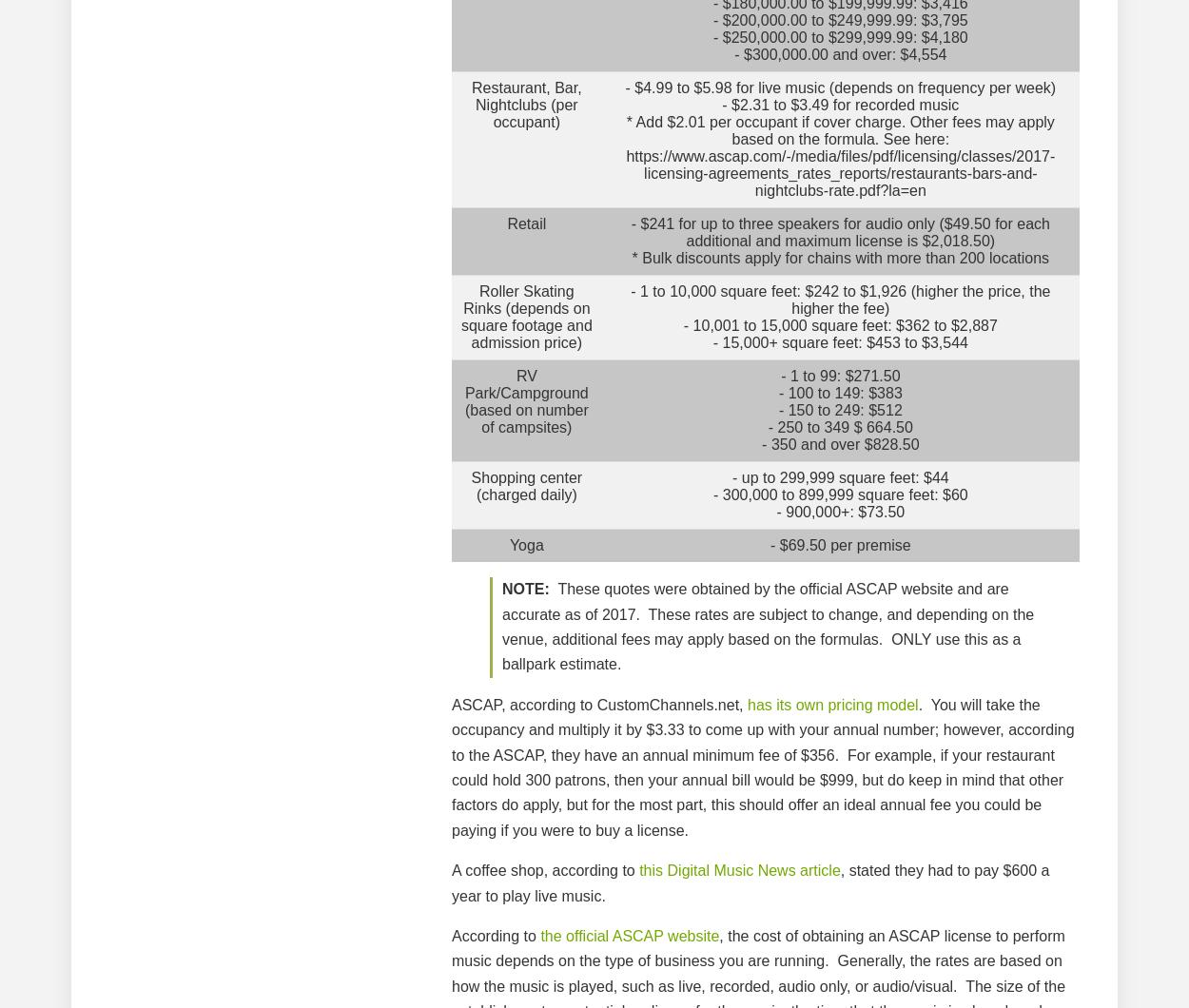 The width and height of the screenshot is (1189, 1008). I want to click on '- 150 to 249: $512', so click(840, 409).